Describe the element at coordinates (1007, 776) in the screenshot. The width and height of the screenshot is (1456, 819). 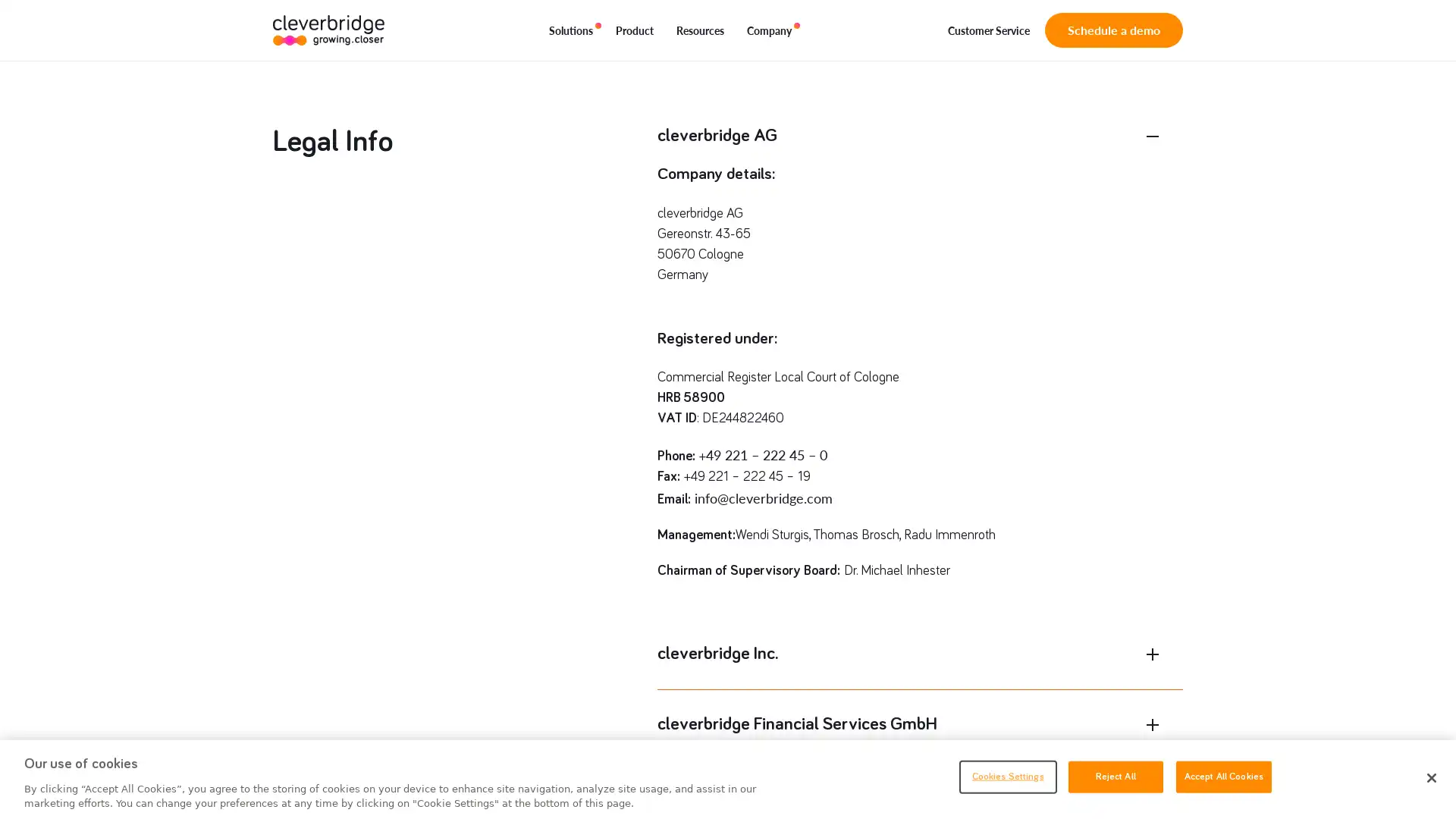
I see `Cookies Settings` at that location.